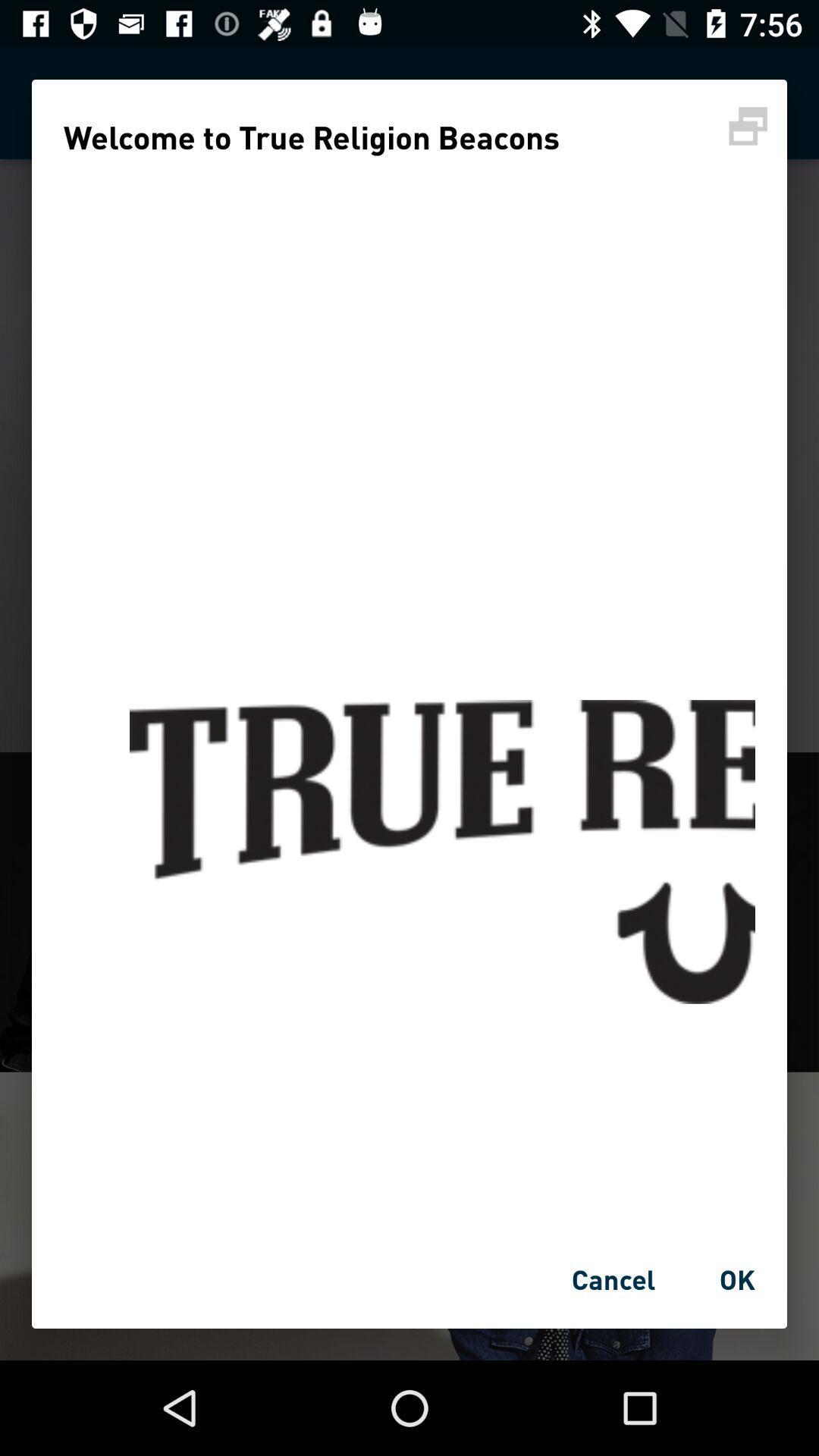 Image resolution: width=819 pixels, height=1456 pixels. I want to click on printer, so click(747, 126).